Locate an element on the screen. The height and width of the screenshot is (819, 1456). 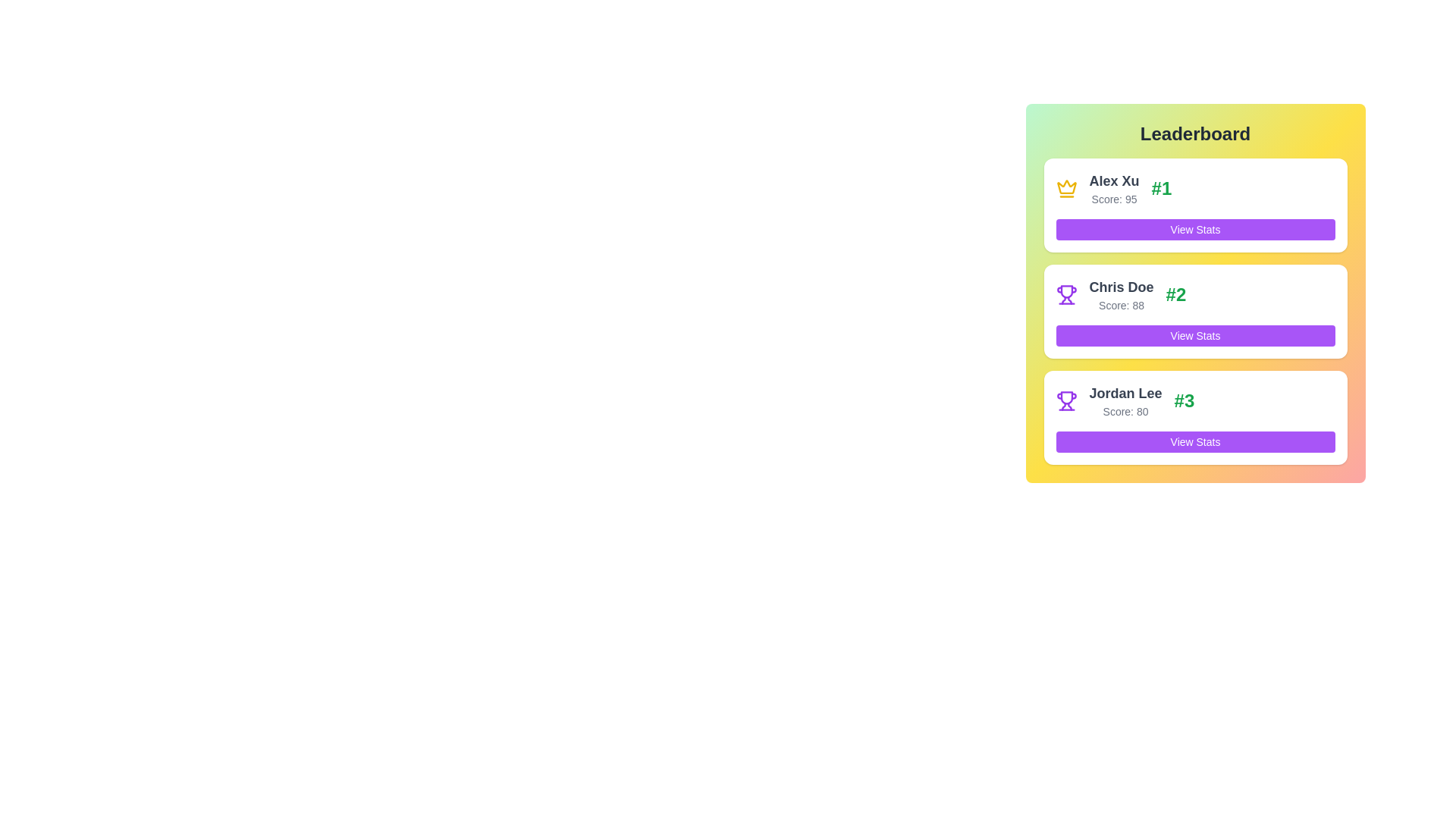
the 'View Stats' button for player Jordan Lee is located at coordinates (1194, 441).